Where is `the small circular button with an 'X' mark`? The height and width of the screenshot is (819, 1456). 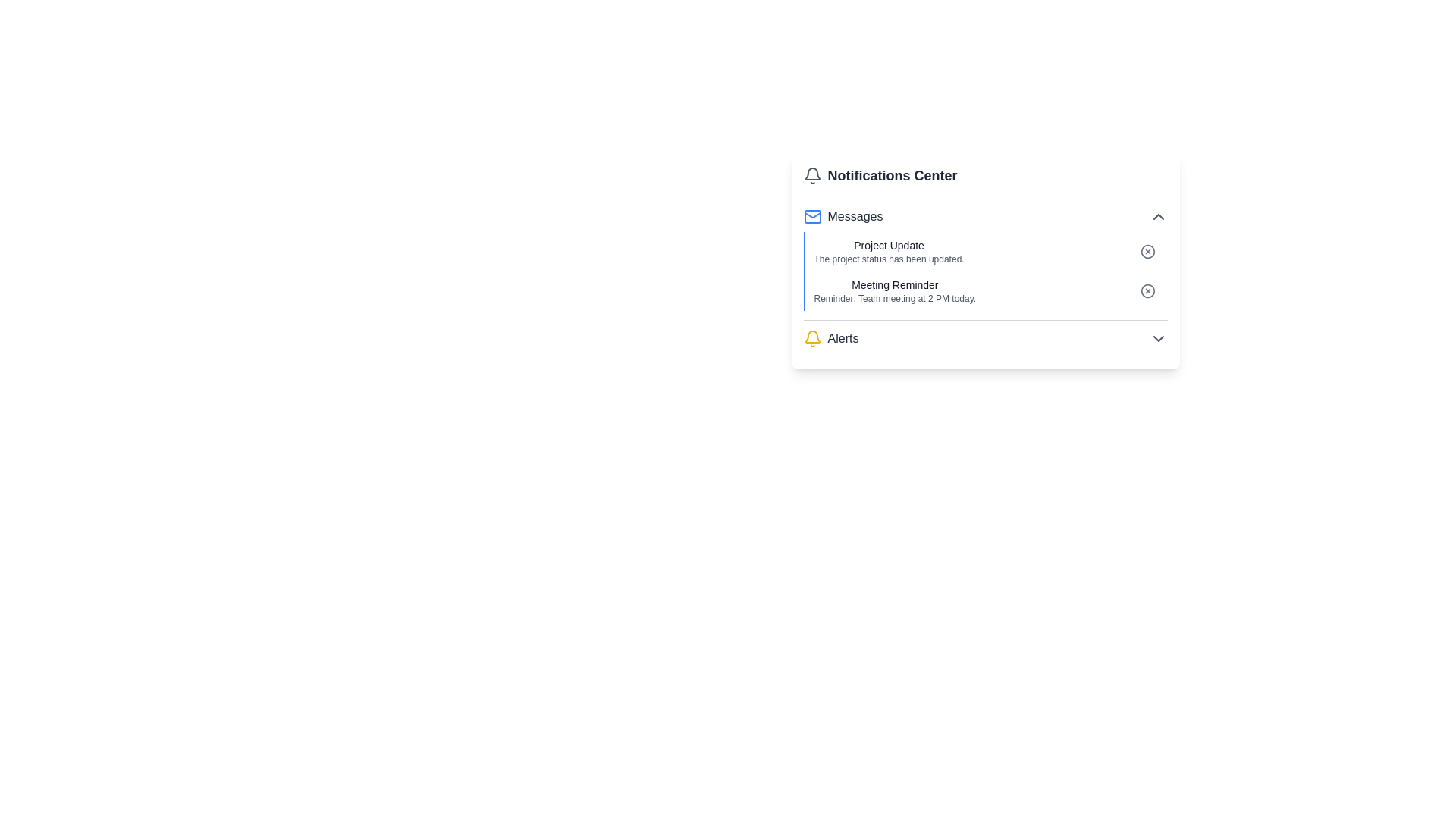
the small circular button with an 'X' mark is located at coordinates (1147, 250).